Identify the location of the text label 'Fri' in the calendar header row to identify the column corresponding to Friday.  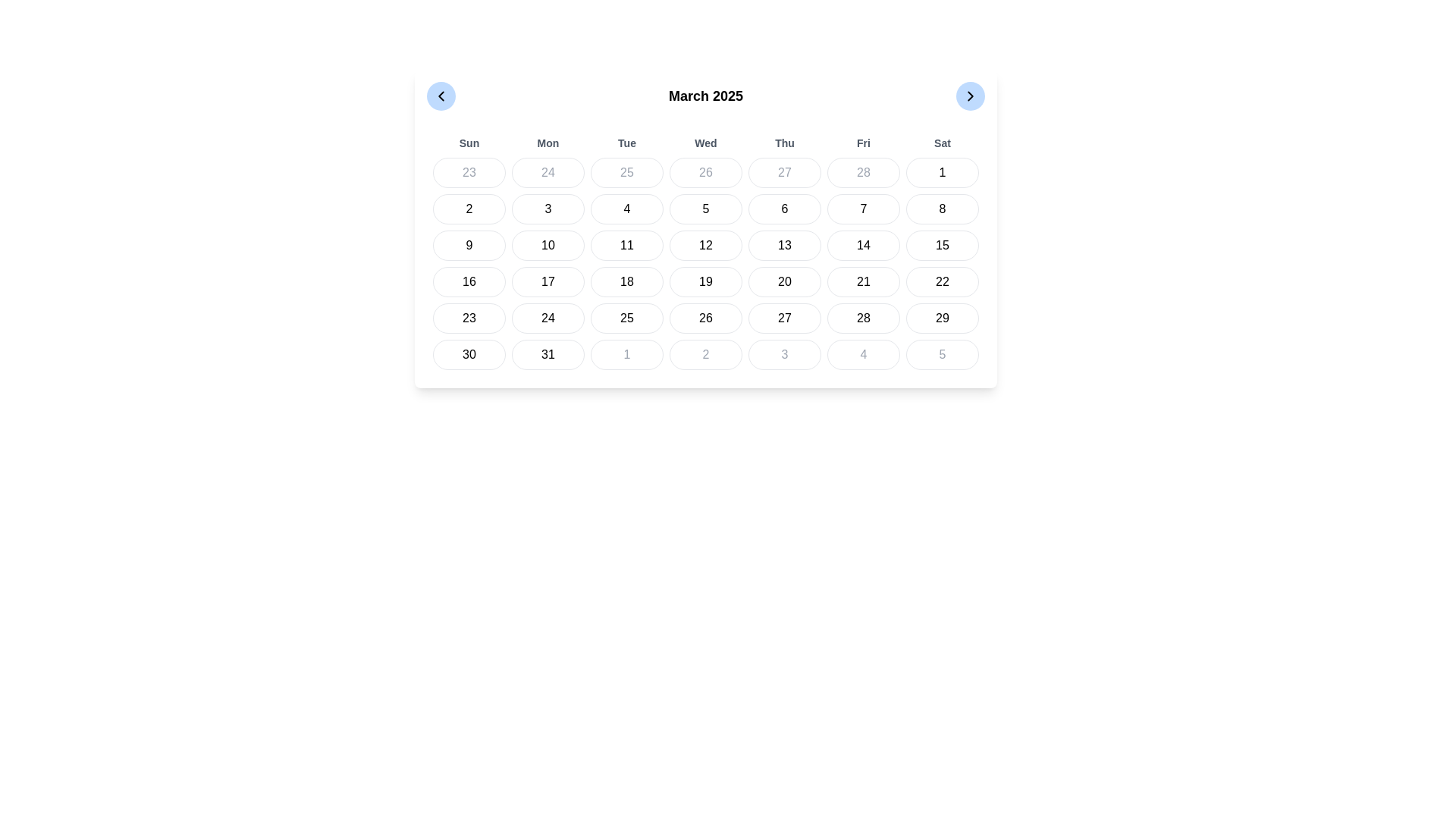
(863, 143).